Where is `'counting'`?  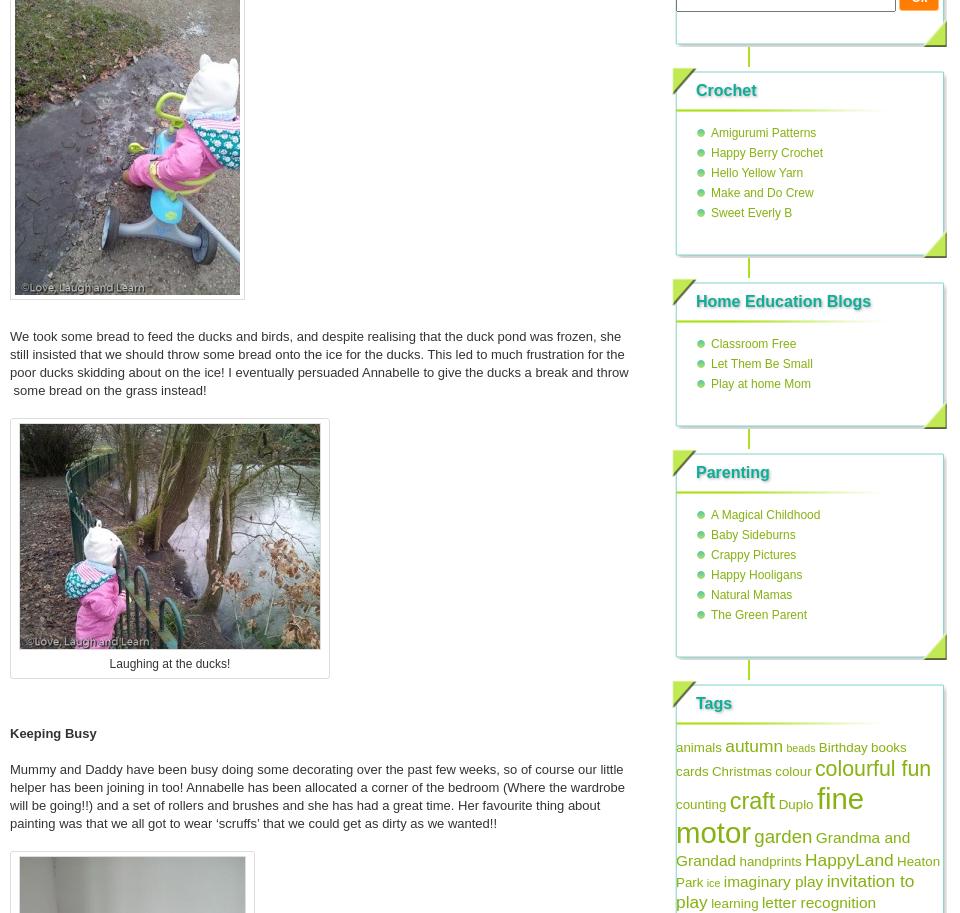 'counting' is located at coordinates (700, 803).